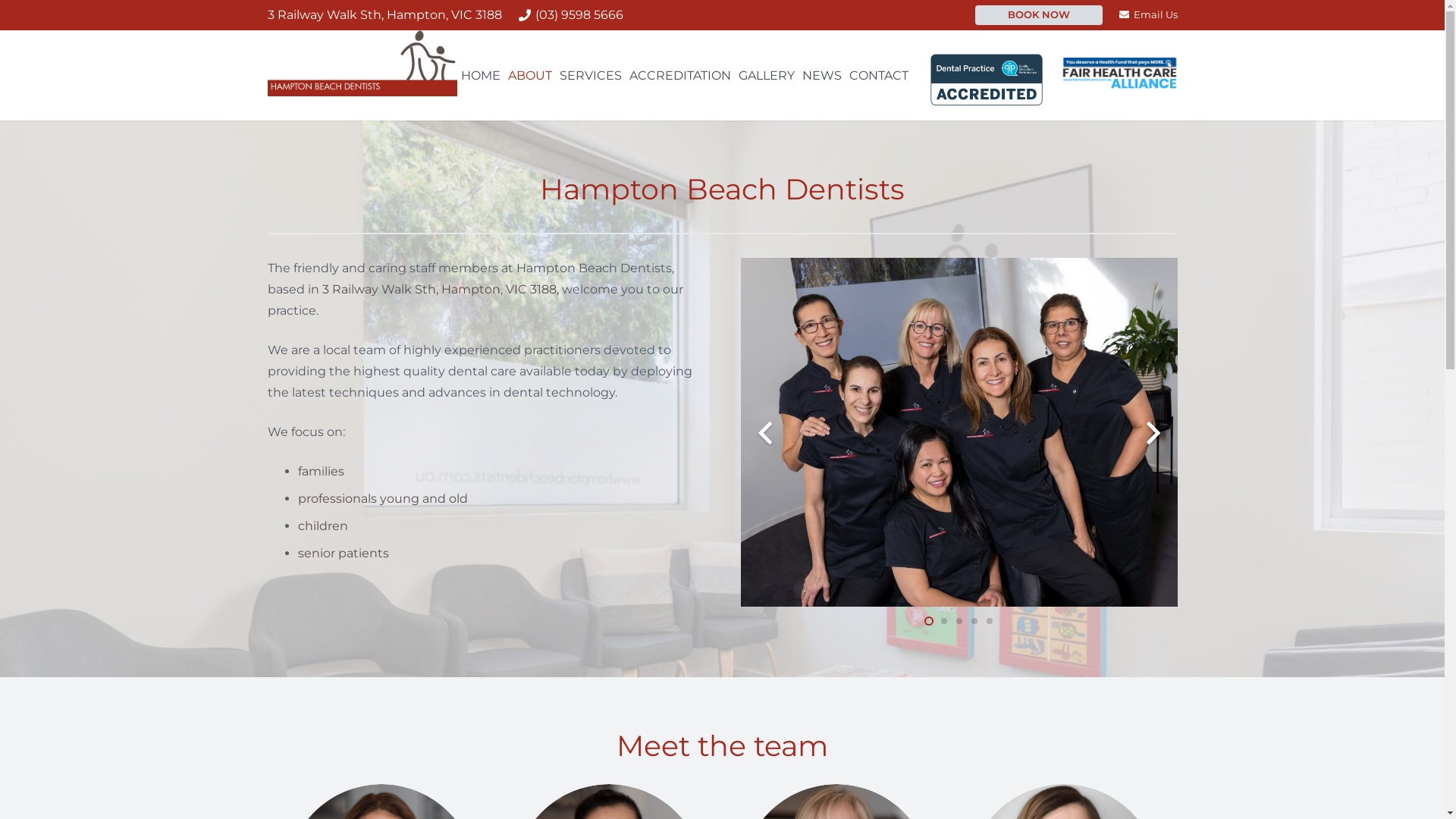 The image size is (1456, 819). What do you see at coordinates (589, 75) in the screenshot?
I see `'SERVICES'` at bounding box center [589, 75].